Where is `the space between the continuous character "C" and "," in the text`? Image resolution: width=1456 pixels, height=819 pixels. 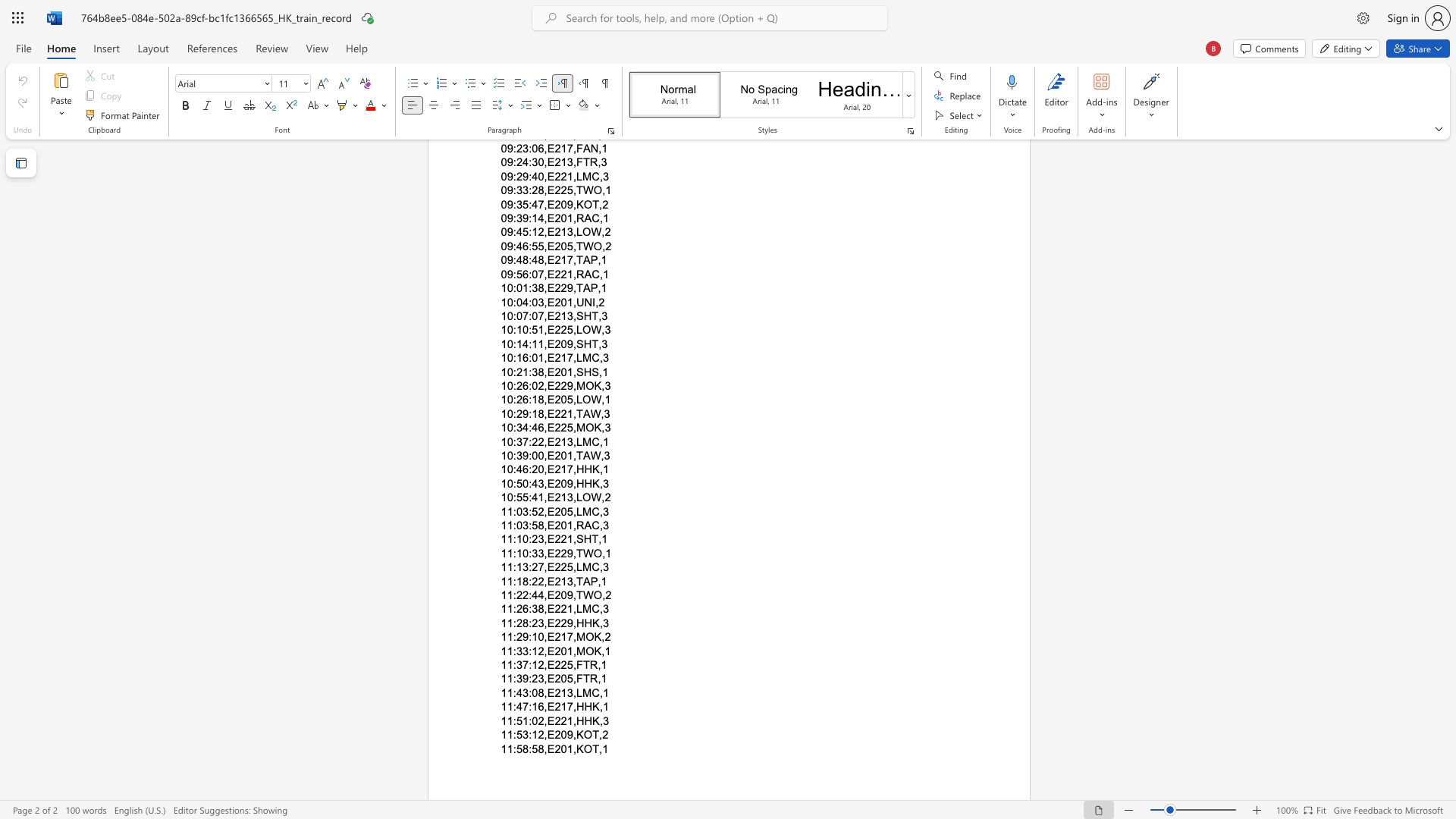 the space between the continuous character "C" and "," in the text is located at coordinates (598, 525).